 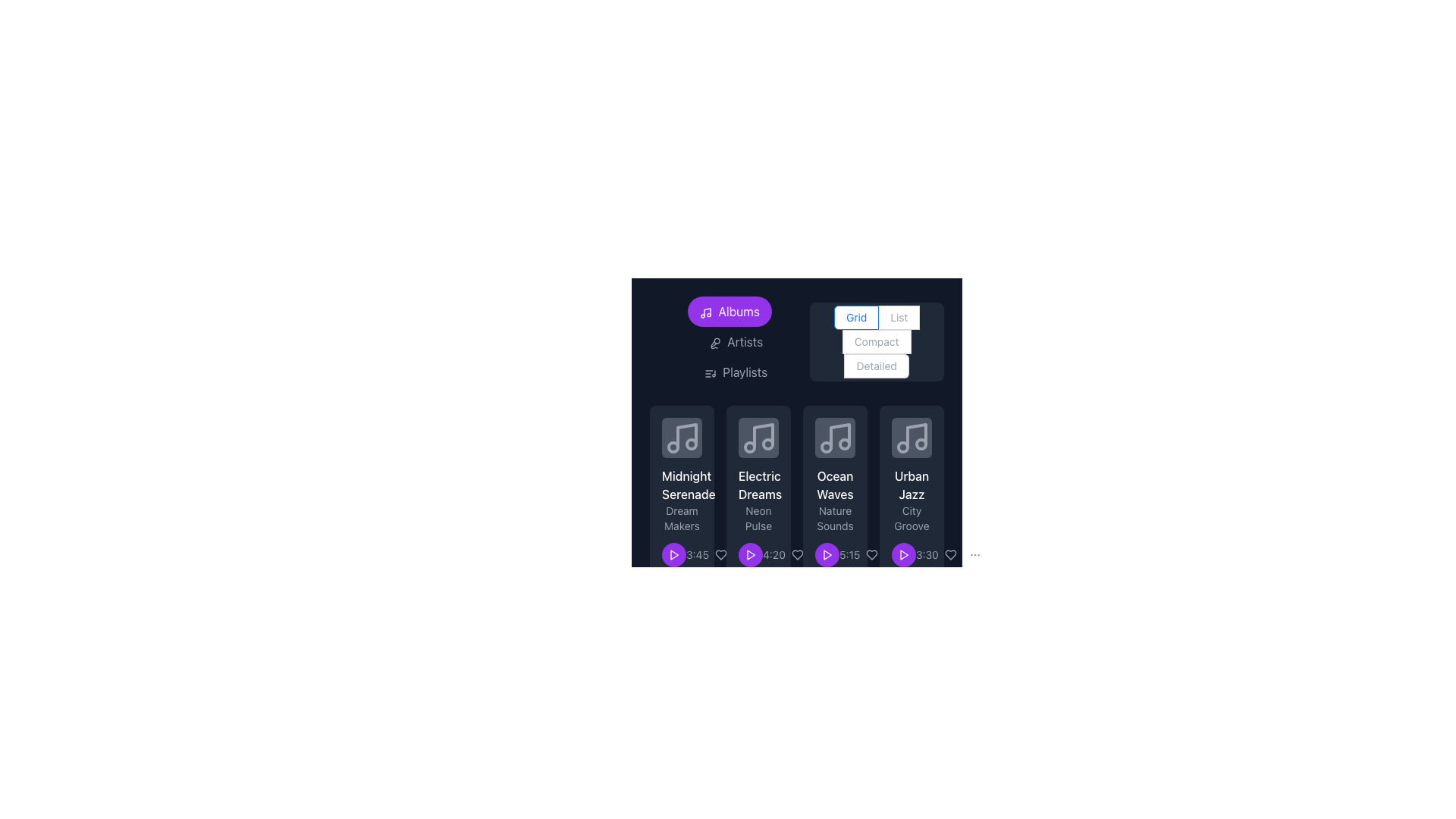 I want to click on the static text label displaying 'Dream Makers', located in the bottom section of the leftmost card in a 4-card grid, which is beneath 'Midnight Serenade' and above the play button, so click(x=681, y=517).